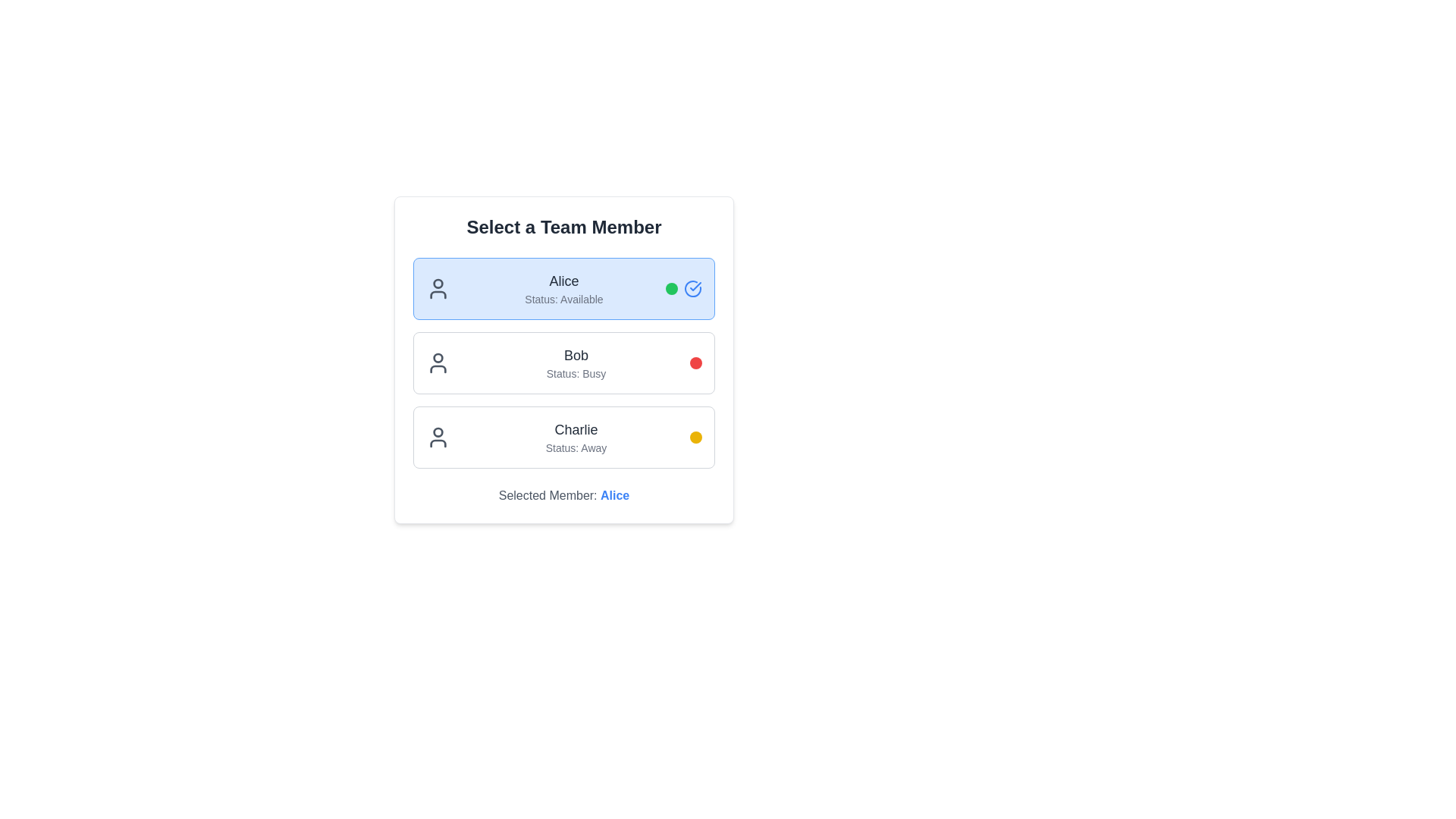 The height and width of the screenshot is (819, 1456). I want to click on the informational display for the team member Charlie, which shows their name and current availability status, located in the third entry under the 'Select a Team Member' section, so click(575, 438).